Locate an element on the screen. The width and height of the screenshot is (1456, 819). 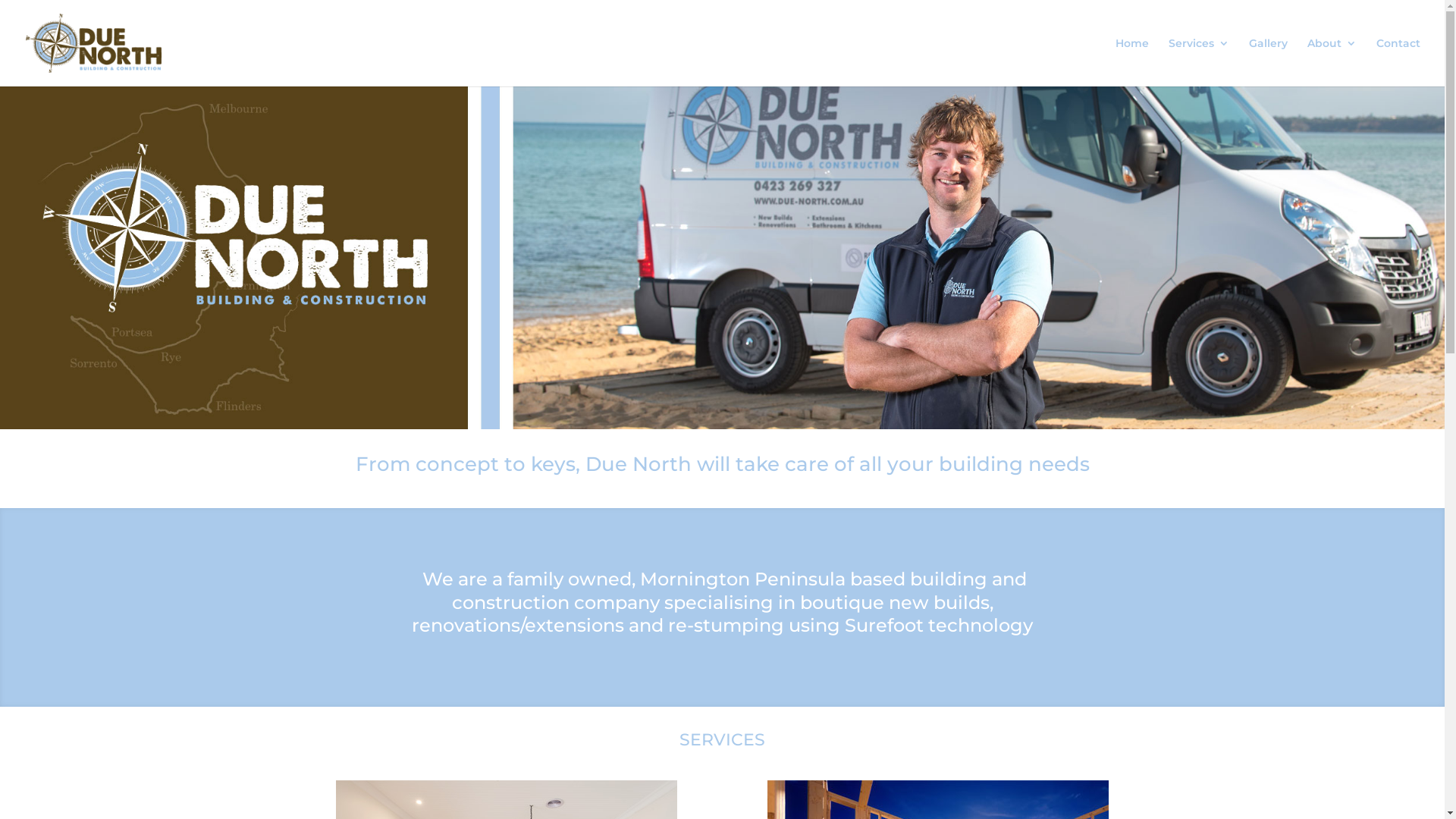
'Contact' is located at coordinates (1376, 61).